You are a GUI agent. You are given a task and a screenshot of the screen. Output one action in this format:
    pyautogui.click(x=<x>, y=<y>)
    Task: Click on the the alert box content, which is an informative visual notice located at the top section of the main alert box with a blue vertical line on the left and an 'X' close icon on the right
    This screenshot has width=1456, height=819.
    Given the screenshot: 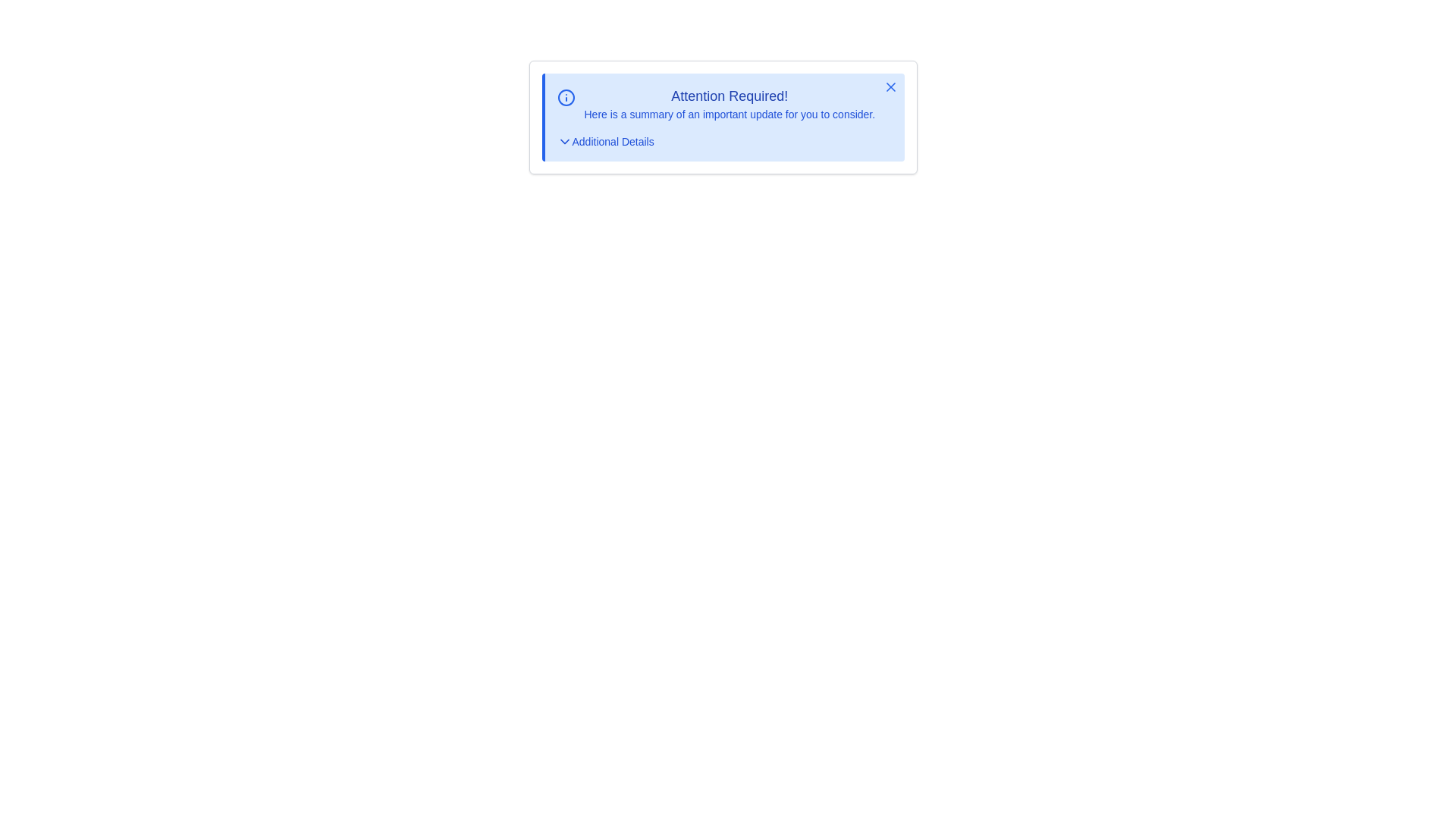 What is the action you would take?
    pyautogui.click(x=723, y=103)
    